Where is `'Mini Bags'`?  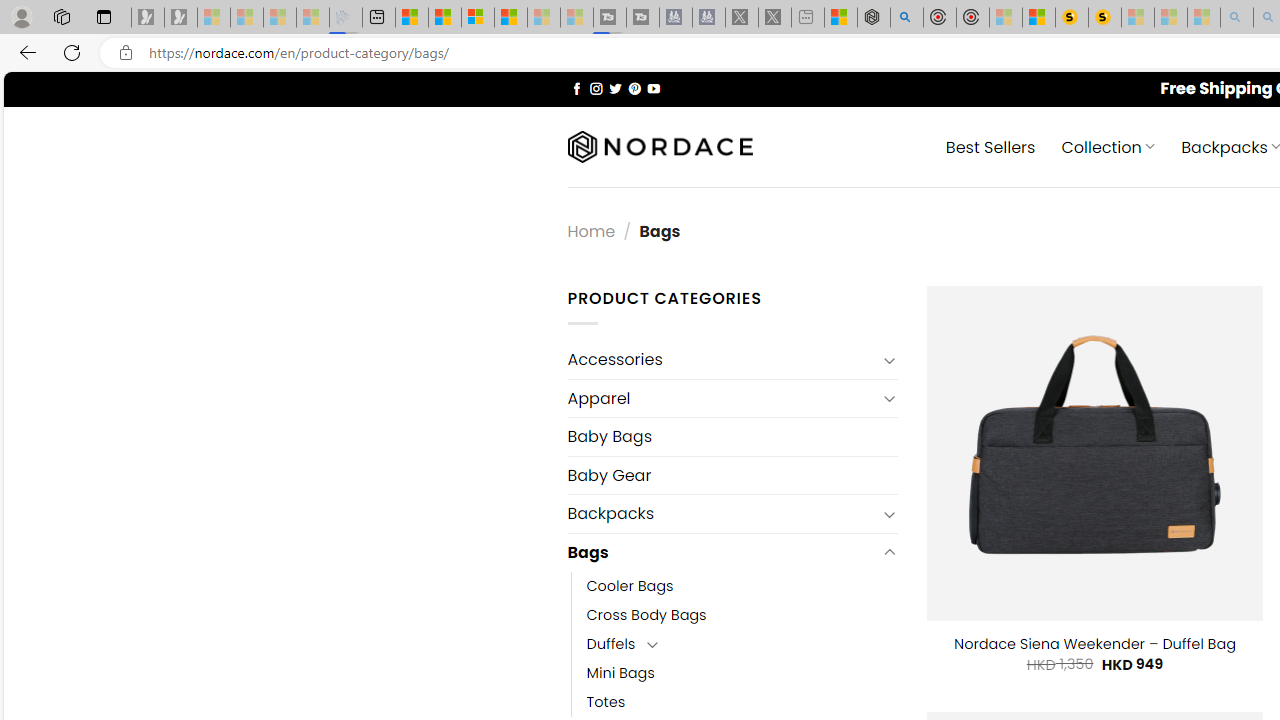 'Mini Bags' is located at coordinates (619, 673).